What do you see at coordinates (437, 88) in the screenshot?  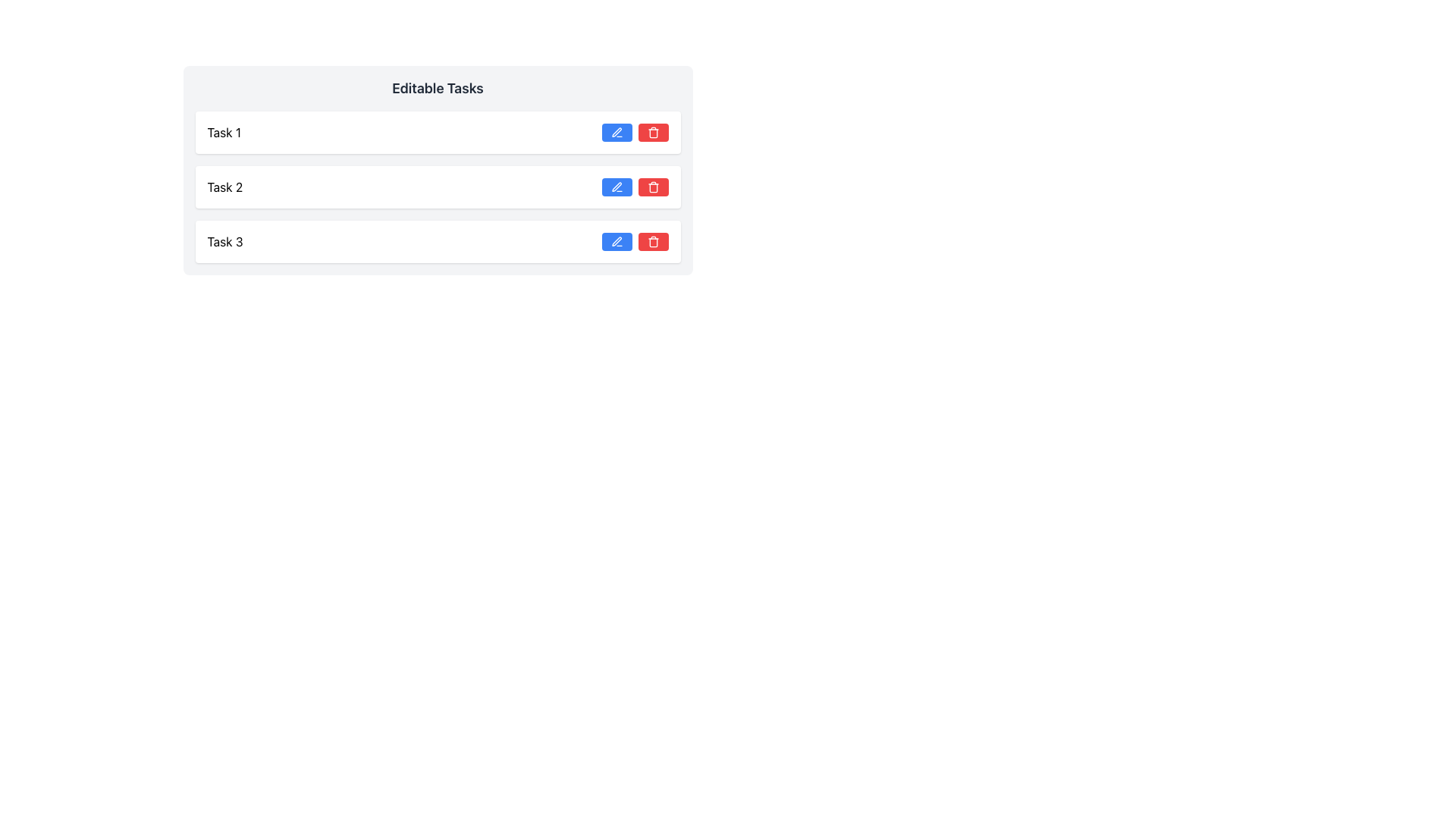 I see `the Text Label that displays 'Editable Tasks', which is styled in bold and large font, located centrally above the task list` at bounding box center [437, 88].